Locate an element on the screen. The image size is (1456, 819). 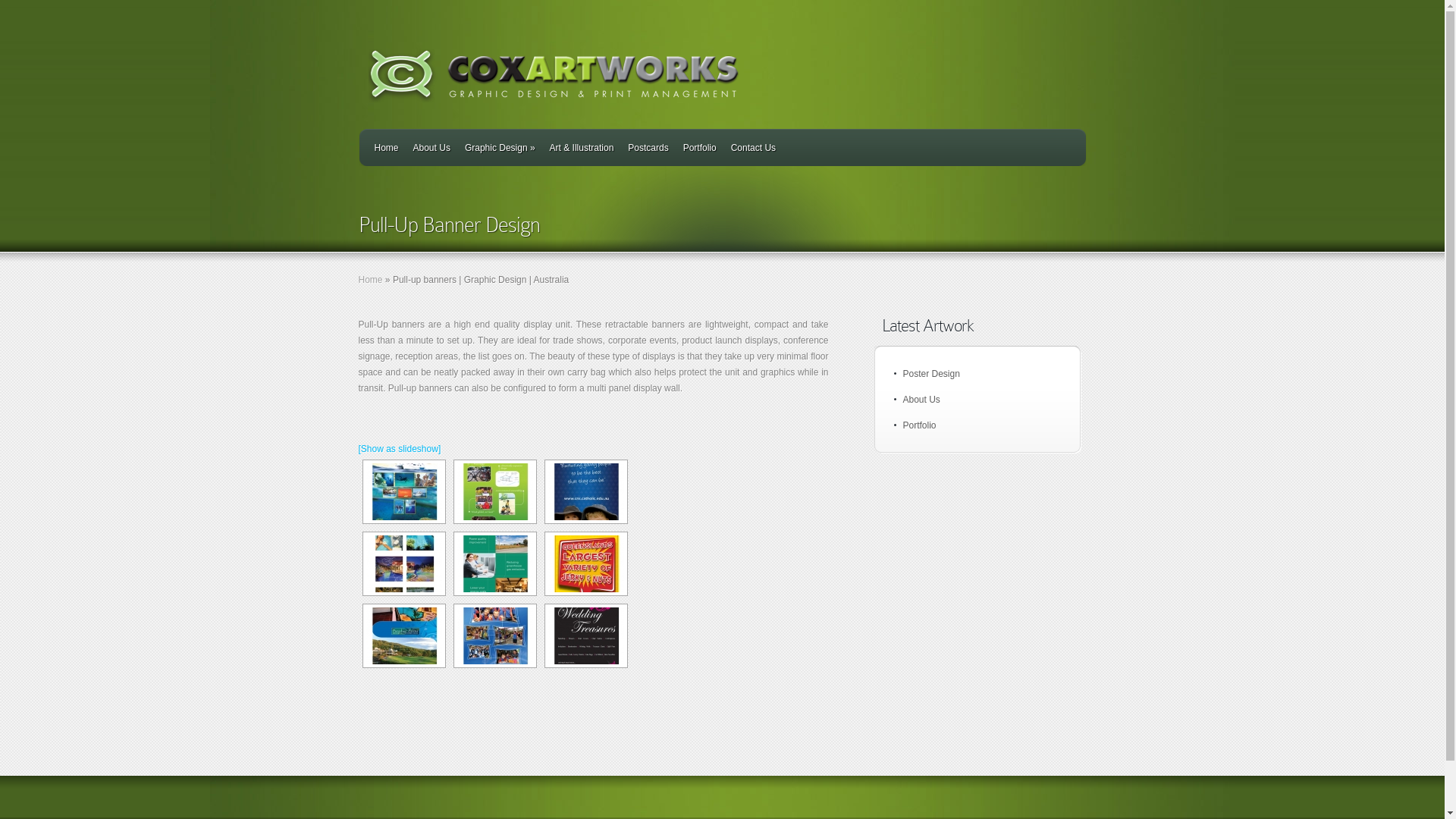
'CathEdBannerstand' is located at coordinates (585, 491).